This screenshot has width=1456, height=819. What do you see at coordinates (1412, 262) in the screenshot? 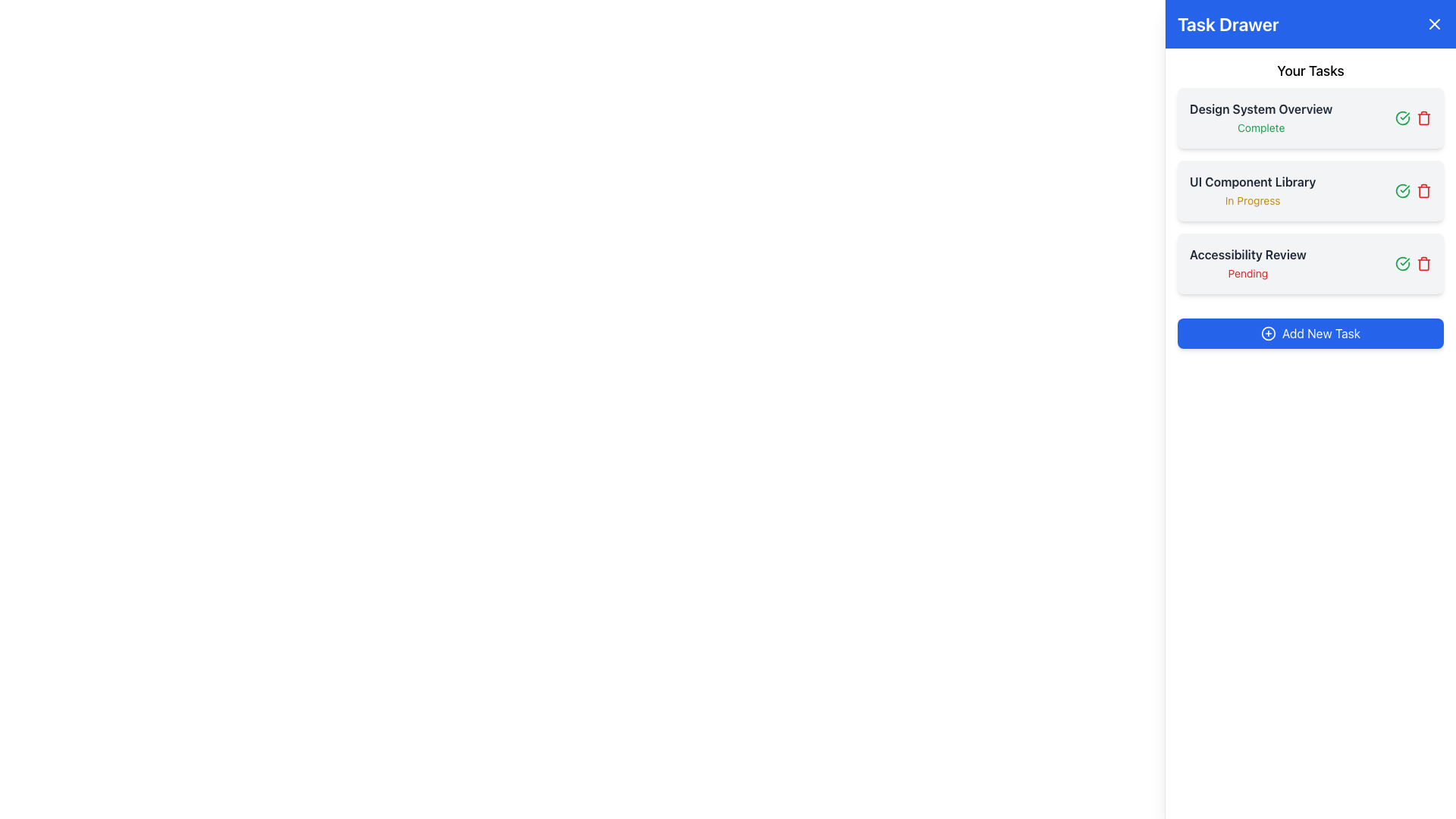
I see `the red icon in the Interactive icon group` at bounding box center [1412, 262].